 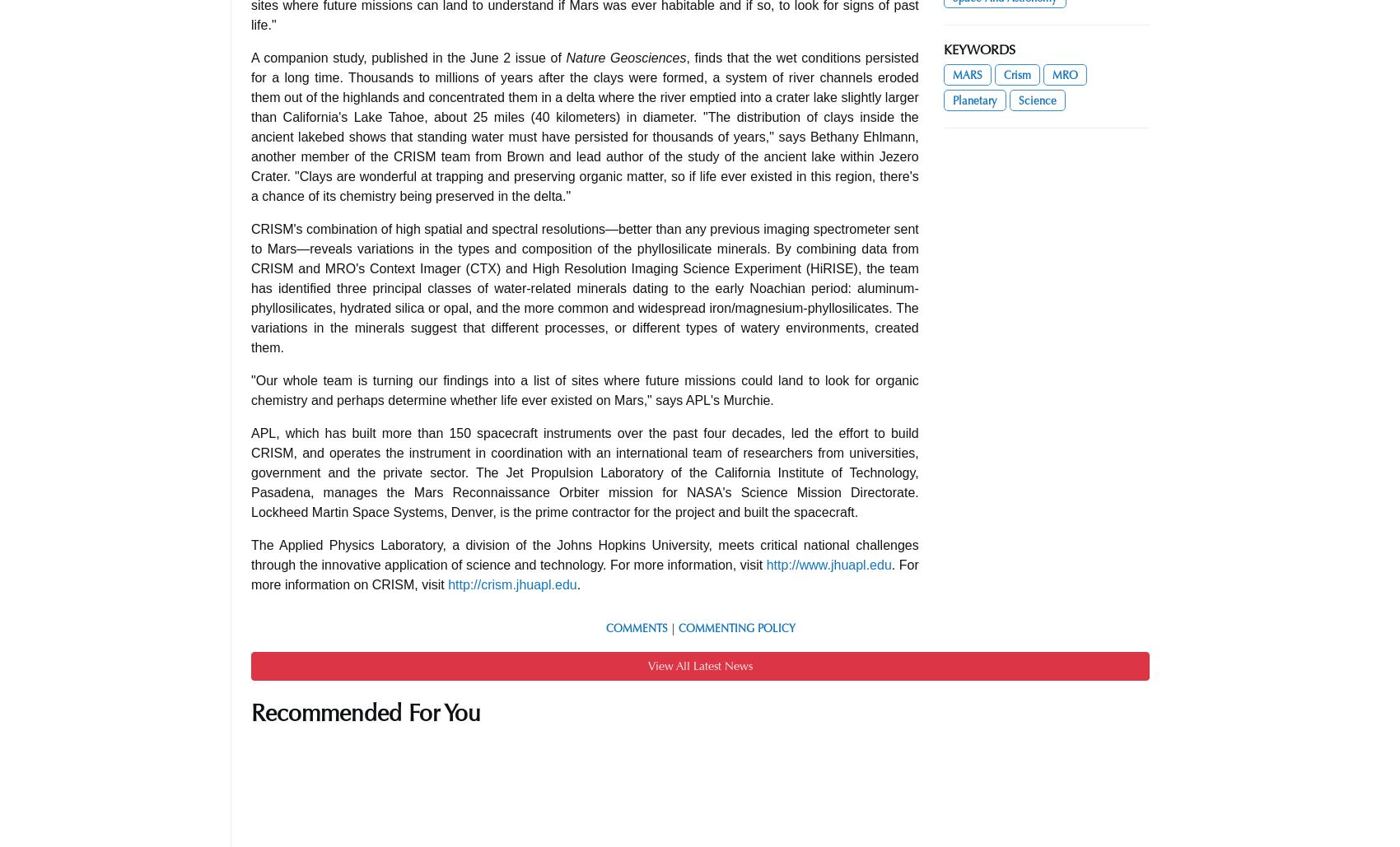 I want to click on '|', so click(x=671, y=627).